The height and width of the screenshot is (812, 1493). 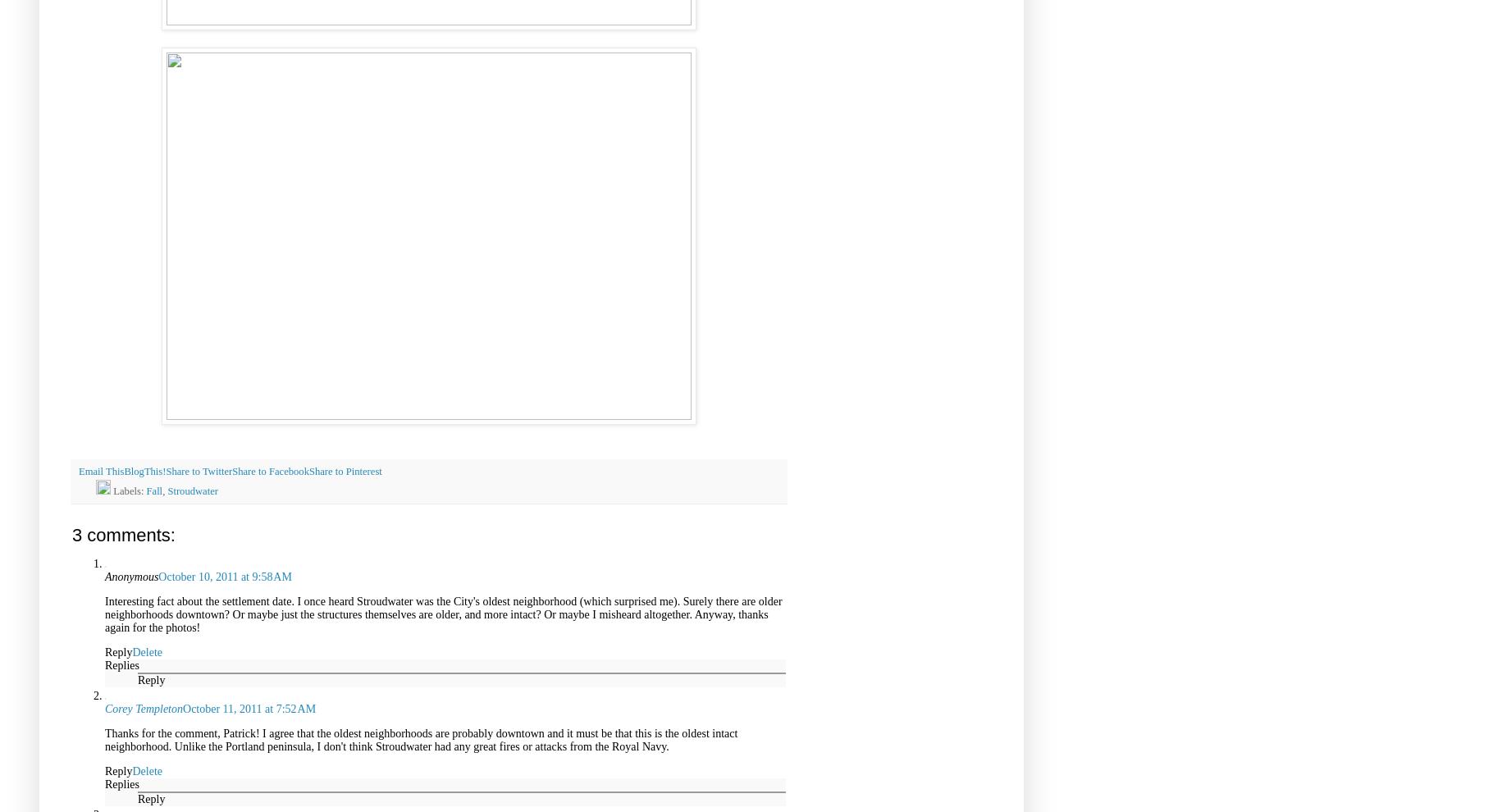 I want to click on 'Interesting fact about the settlement date.  I once heard Stroudwater was the City's oldest neighborhood (which surprised me).  Surely there are older neighborhoods downtown?  Or maybe just the structures themselves are older, and more intact?  Or maybe I misheard altogether.  Anyway, thanks again for the photos!', so click(x=104, y=614).